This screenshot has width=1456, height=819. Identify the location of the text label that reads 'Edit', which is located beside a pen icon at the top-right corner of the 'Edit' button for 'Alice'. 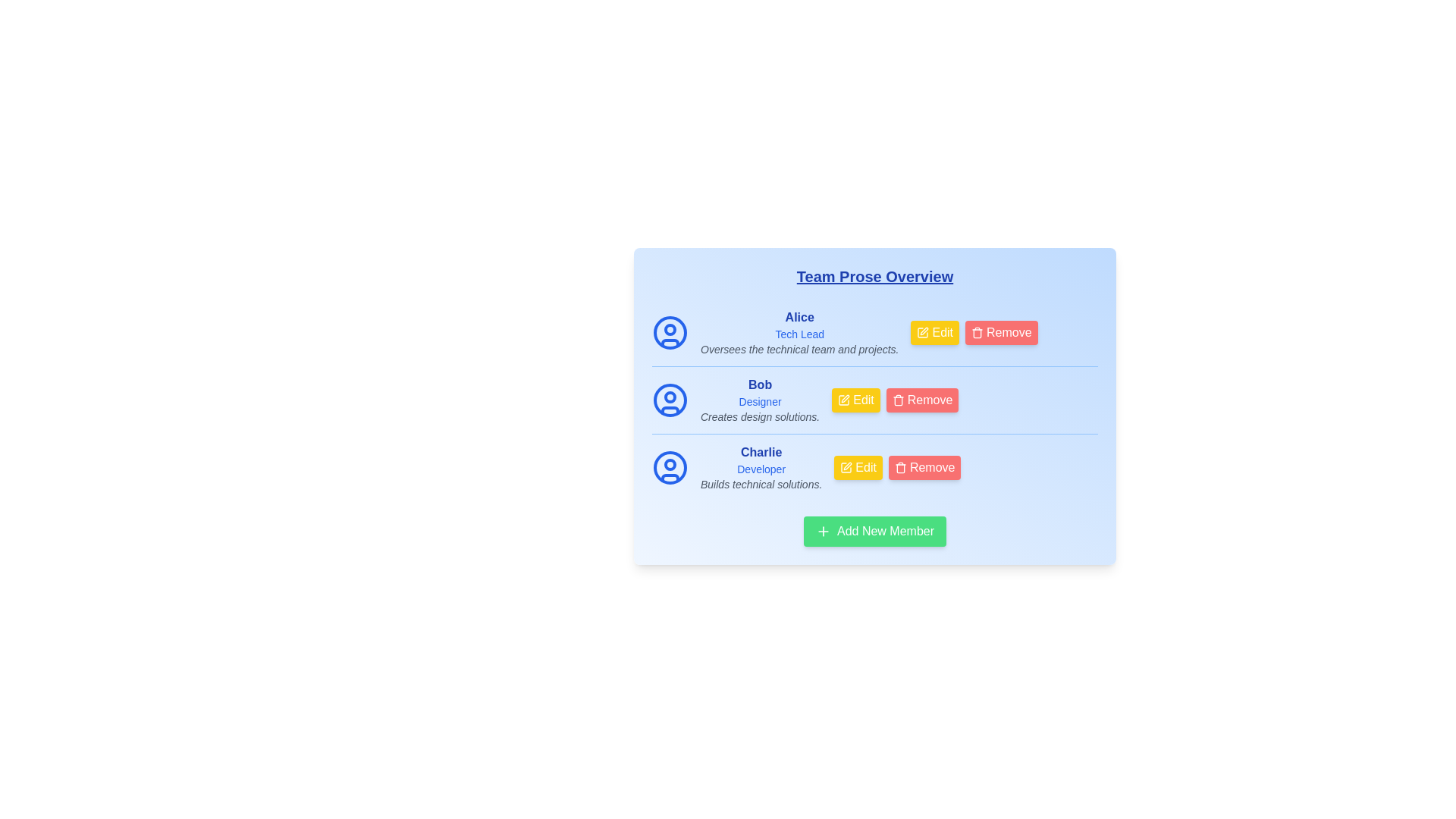
(940, 332).